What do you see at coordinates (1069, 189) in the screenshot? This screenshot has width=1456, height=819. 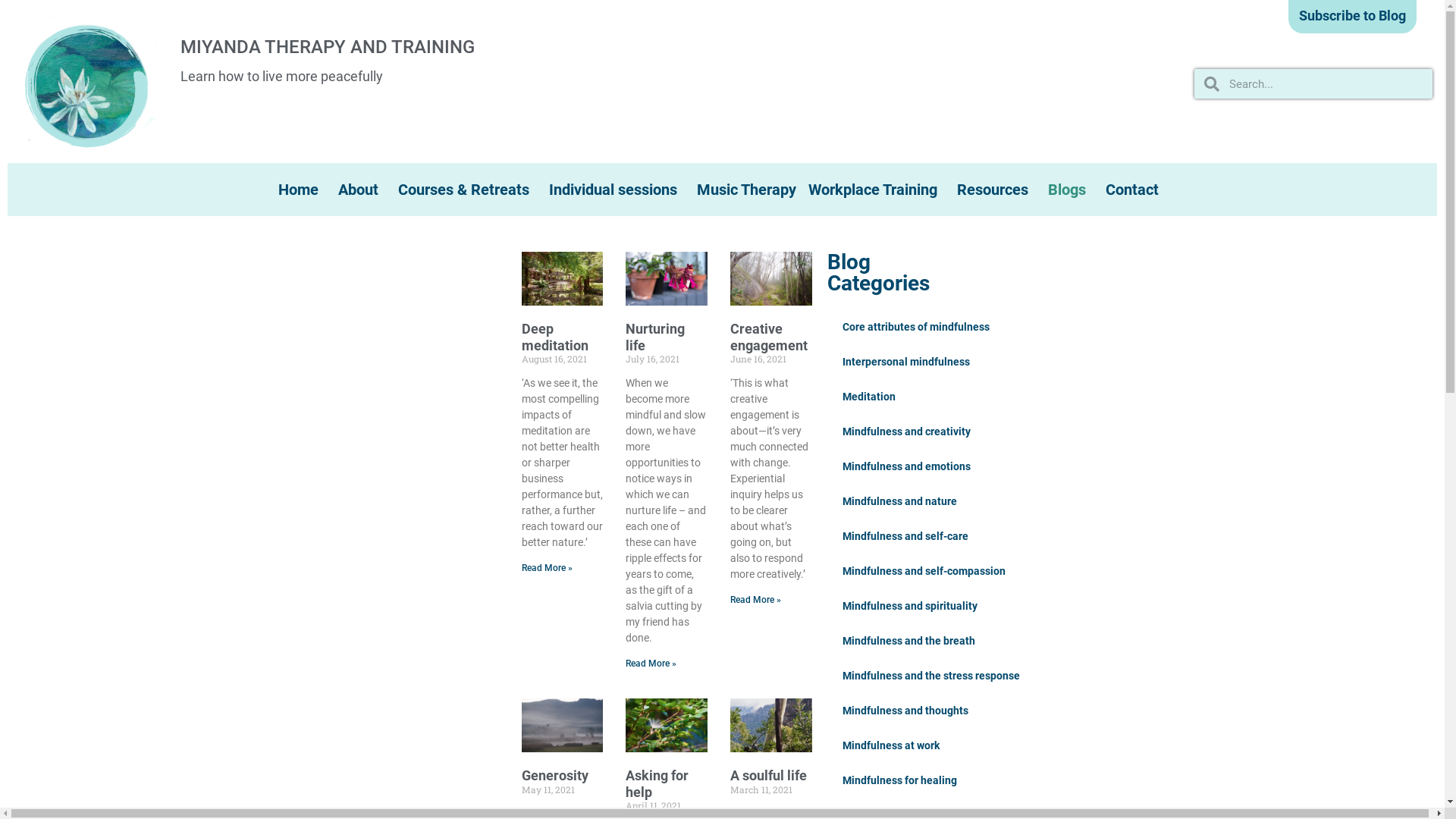 I see `'Blogs'` at bounding box center [1069, 189].